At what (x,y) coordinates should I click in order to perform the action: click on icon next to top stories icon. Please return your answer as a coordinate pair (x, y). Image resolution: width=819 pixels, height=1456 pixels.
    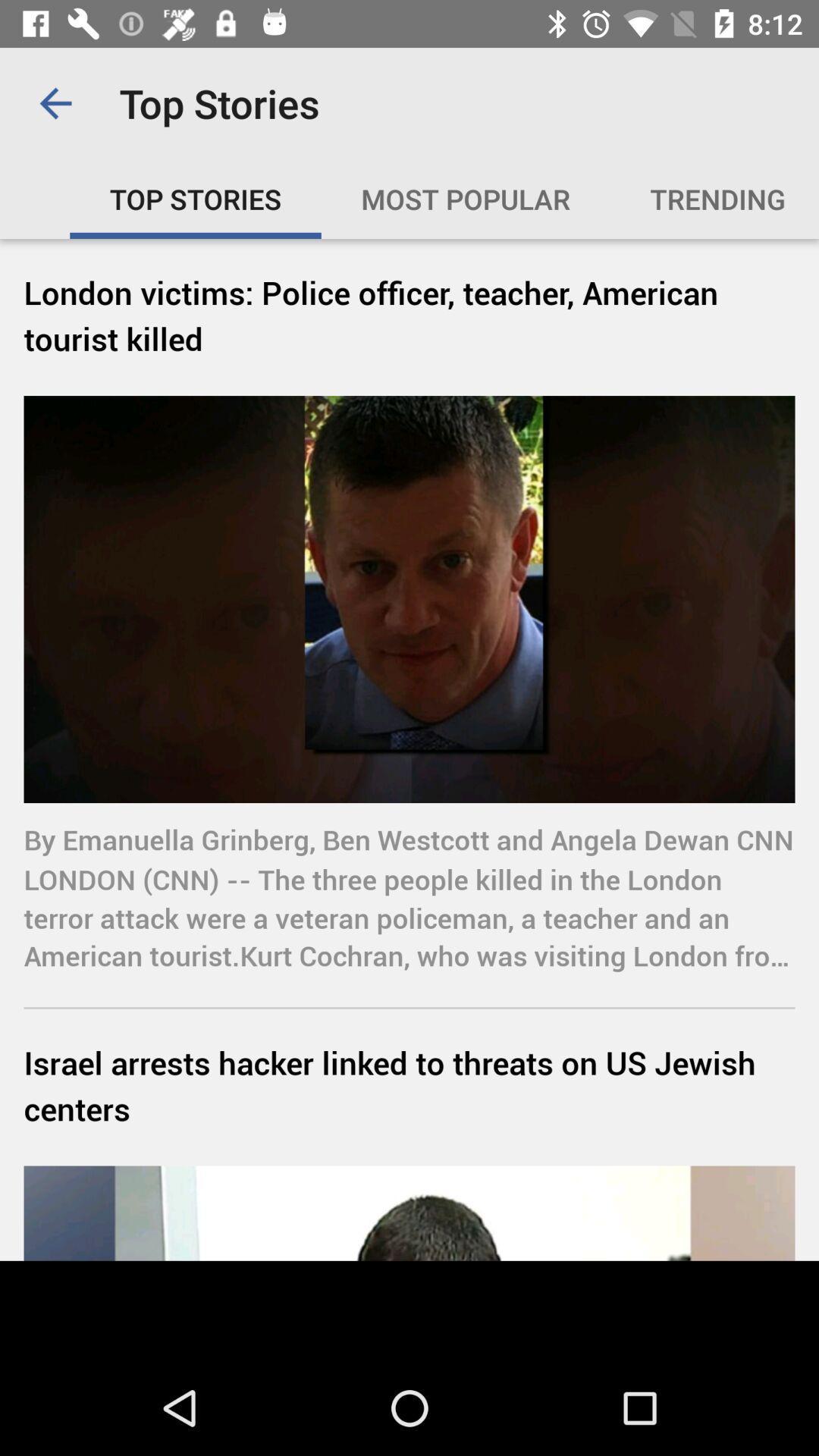
    Looking at the image, I should click on (55, 102).